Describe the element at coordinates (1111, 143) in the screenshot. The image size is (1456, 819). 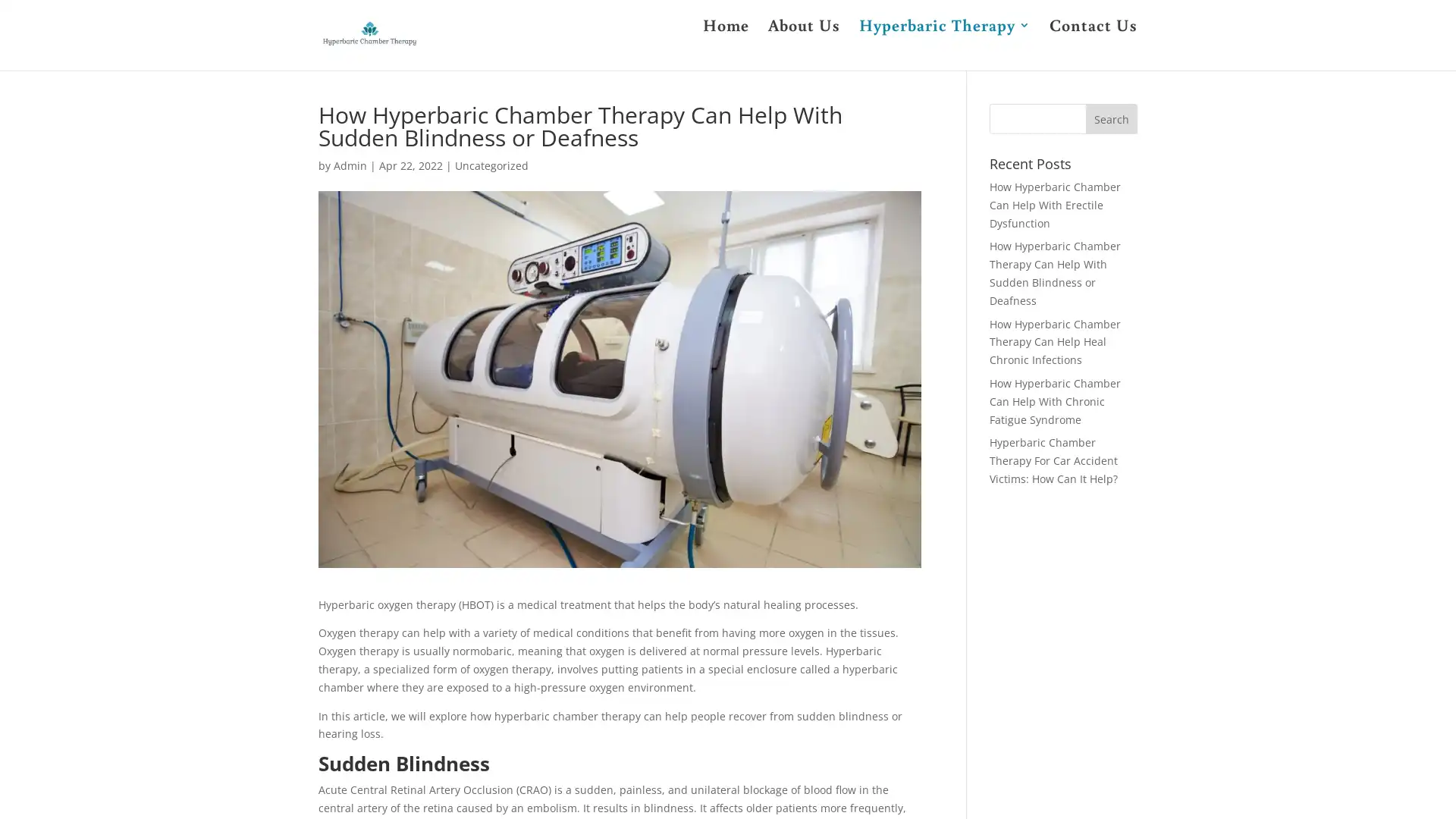
I see `Search` at that location.